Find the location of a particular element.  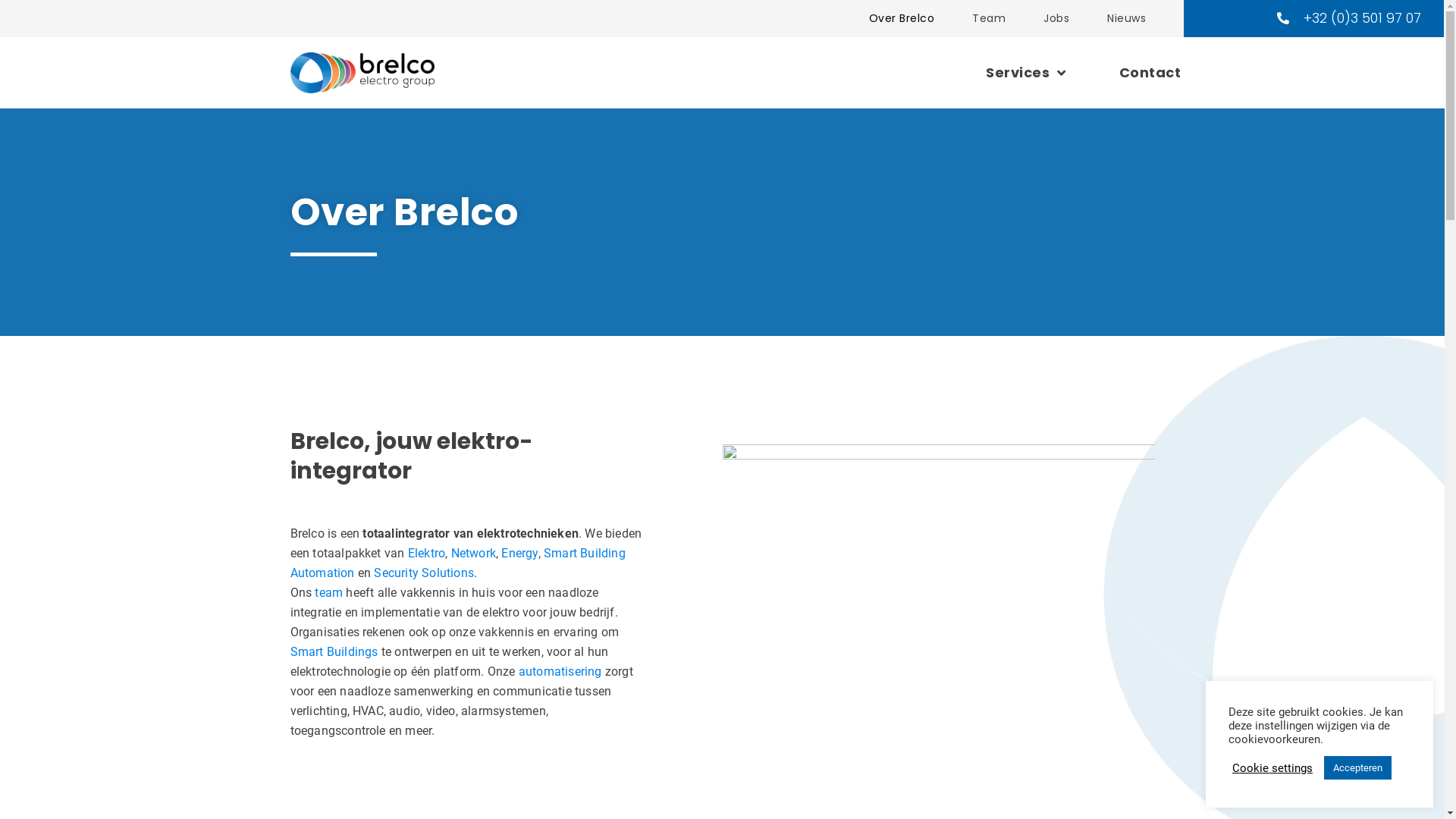

'Accepteren' is located at coordinates (1357, 767).